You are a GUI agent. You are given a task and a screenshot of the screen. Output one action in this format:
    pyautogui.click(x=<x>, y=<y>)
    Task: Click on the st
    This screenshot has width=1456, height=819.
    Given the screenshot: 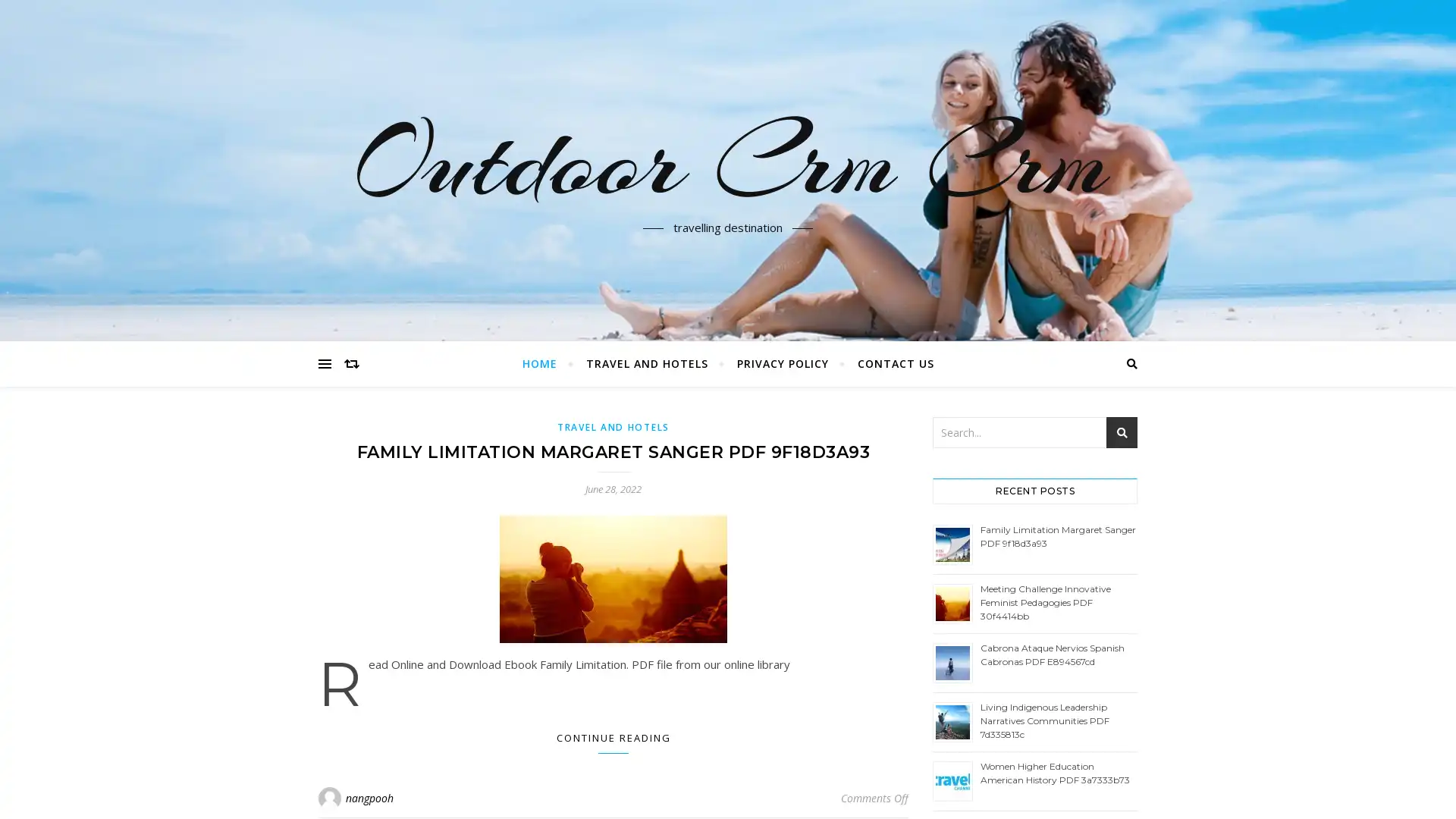 What is the action you would take?
    pyautogui.click(x=1122, y=432)
    